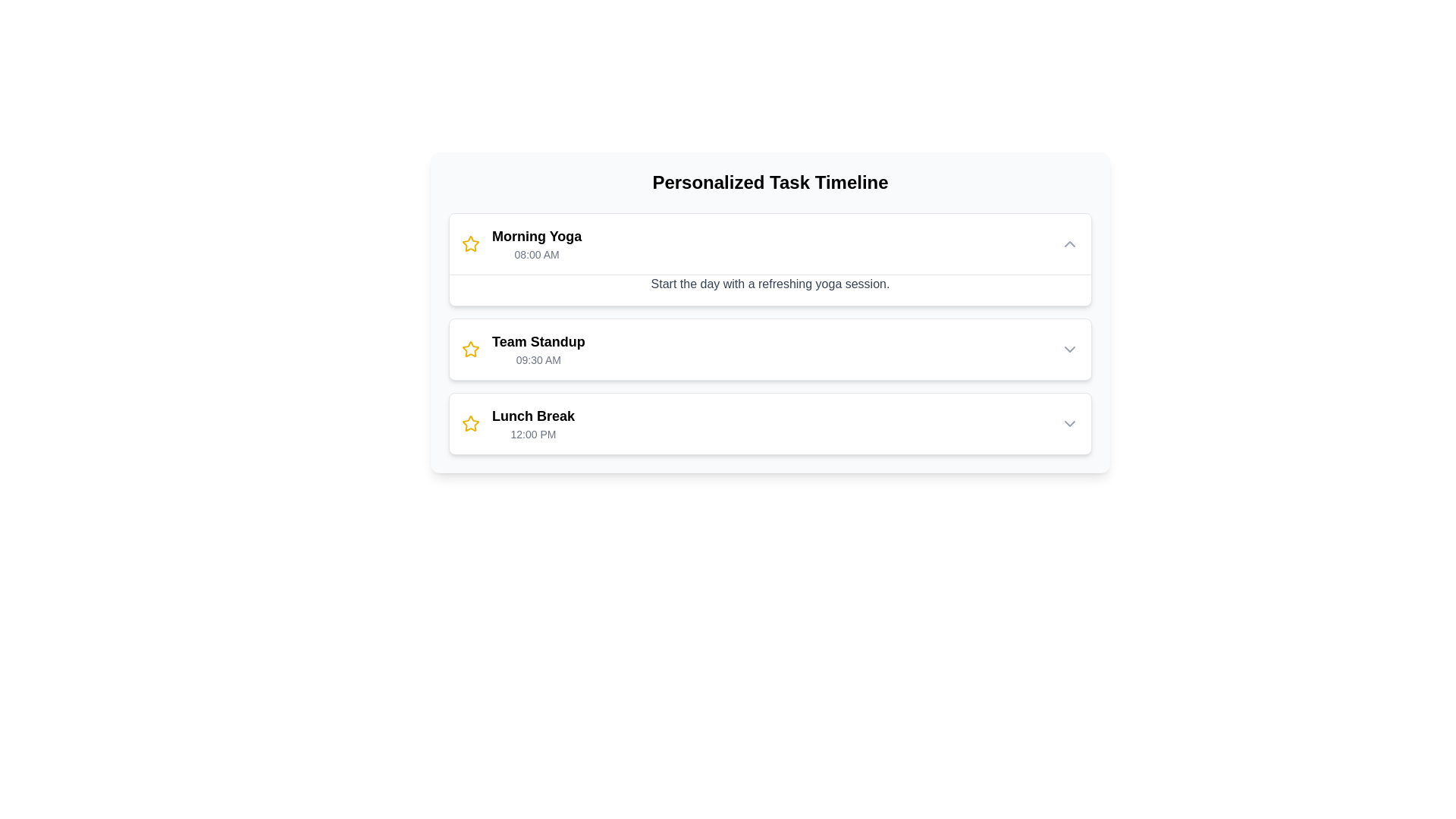 This screenshot has width=1456, height=819. What do you see at coordinates (770, 332) in the screenshot?
I see `the second task in the timeline, which is 'Team Standup'` at bounding box center [770, 332].